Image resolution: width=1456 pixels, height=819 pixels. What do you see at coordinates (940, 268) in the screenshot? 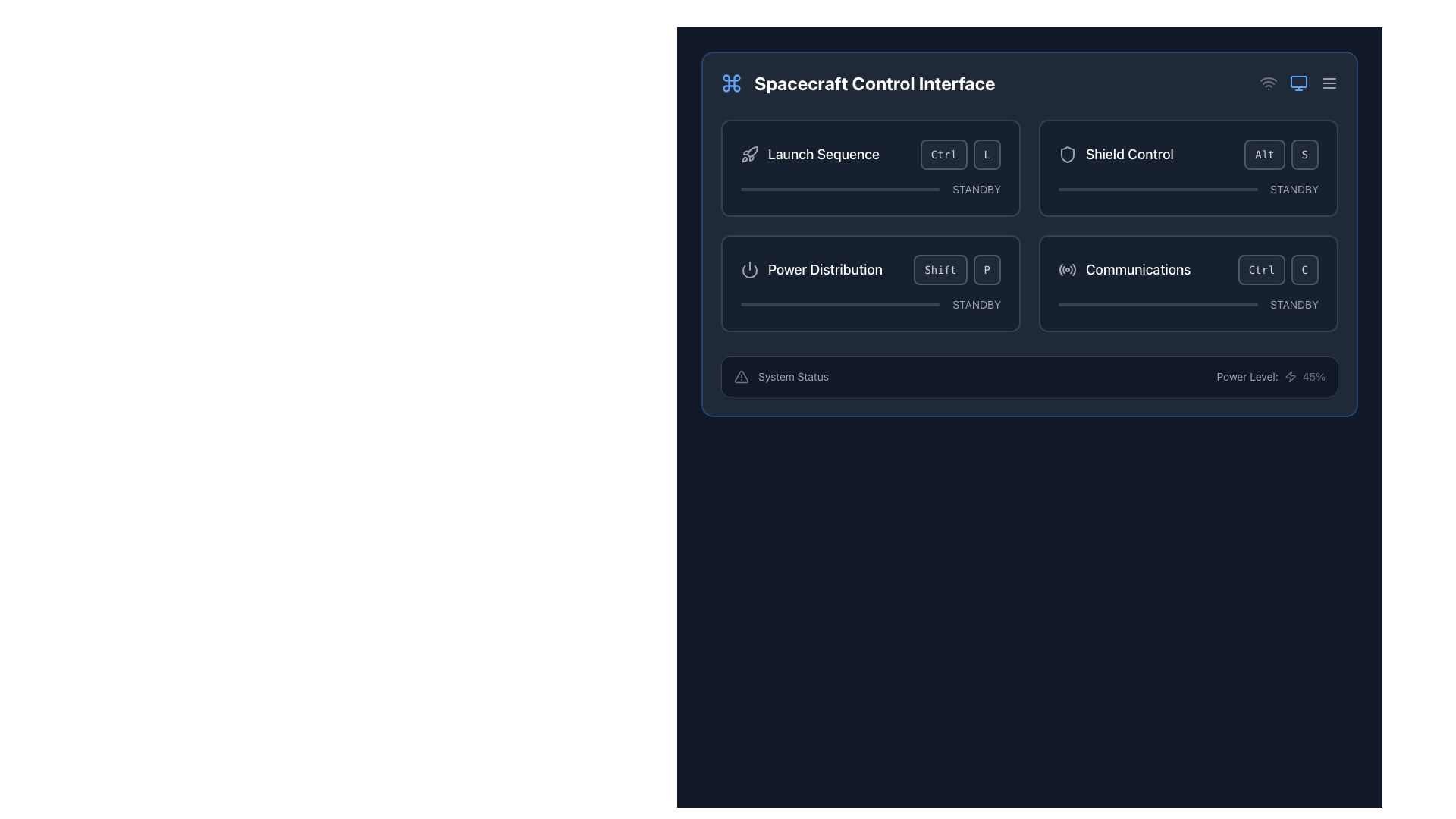
I see `the Button-like label element associated with the 'Shift' key in the 'Power Distribution' section, located to the left of the 'P' label` at bounding box center [940, 268].